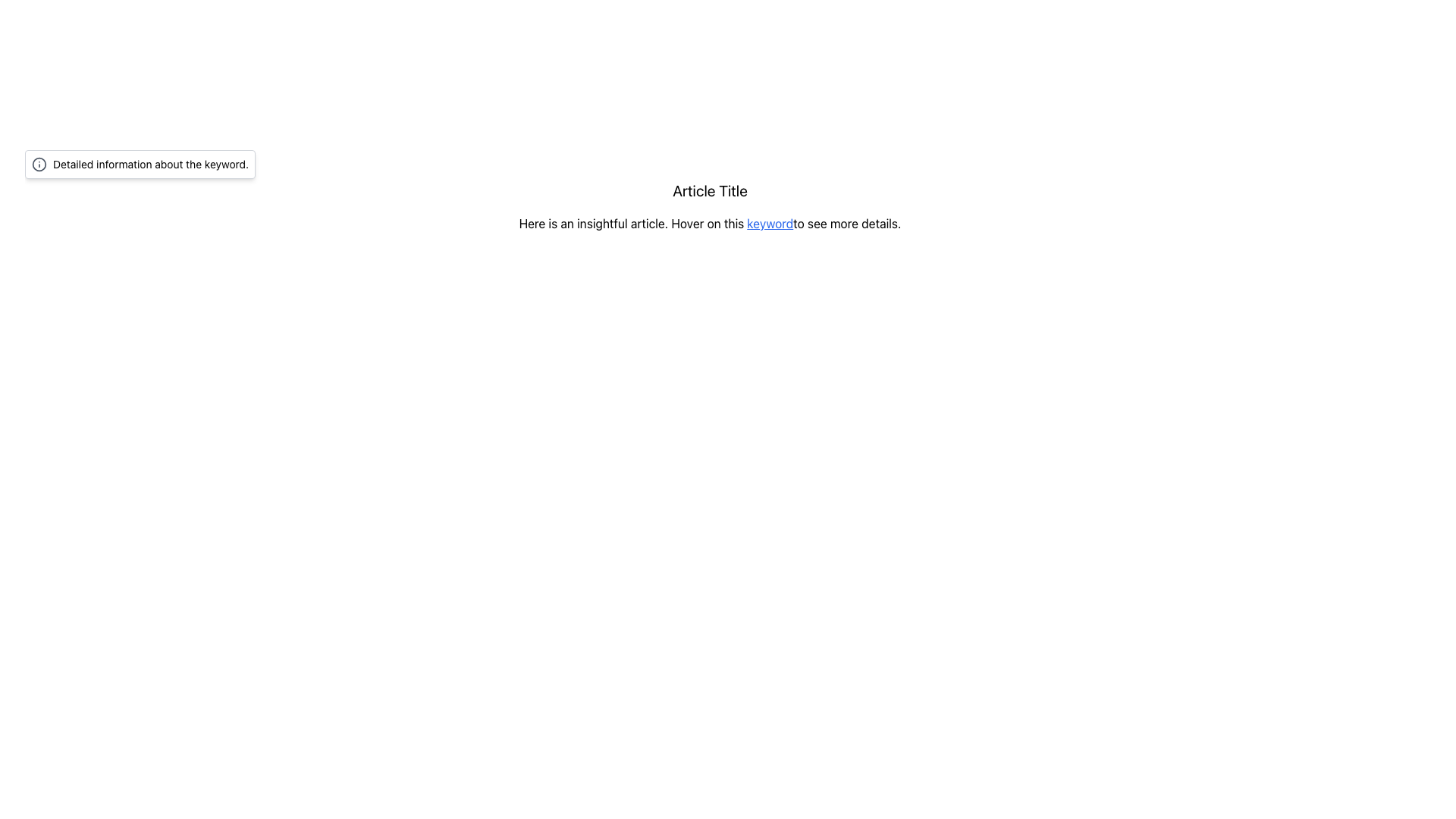 Image resolution: width=1456 pixels, height=819 pixels. What do you see at coordinates (770, 223) in the screenshot?
I see `the hyperlink styled in blue font with an underline that represents the word 'keyword', located in the sentence: 'Here is an insightful article. Hover on this keyword` at bounding box center [770, 223].